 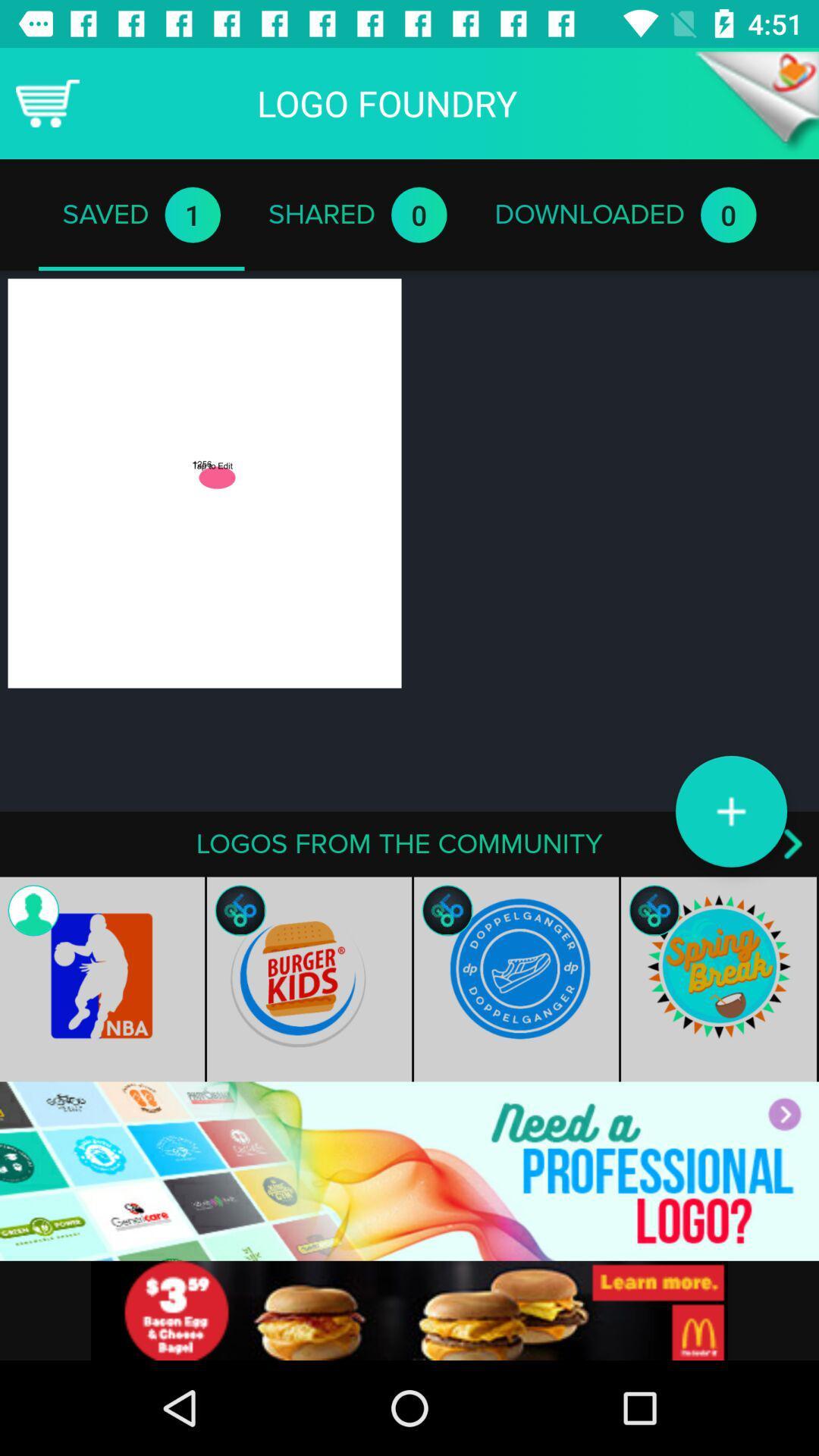 I want to click on advertisement 's website, so click(x=409, y=1310).